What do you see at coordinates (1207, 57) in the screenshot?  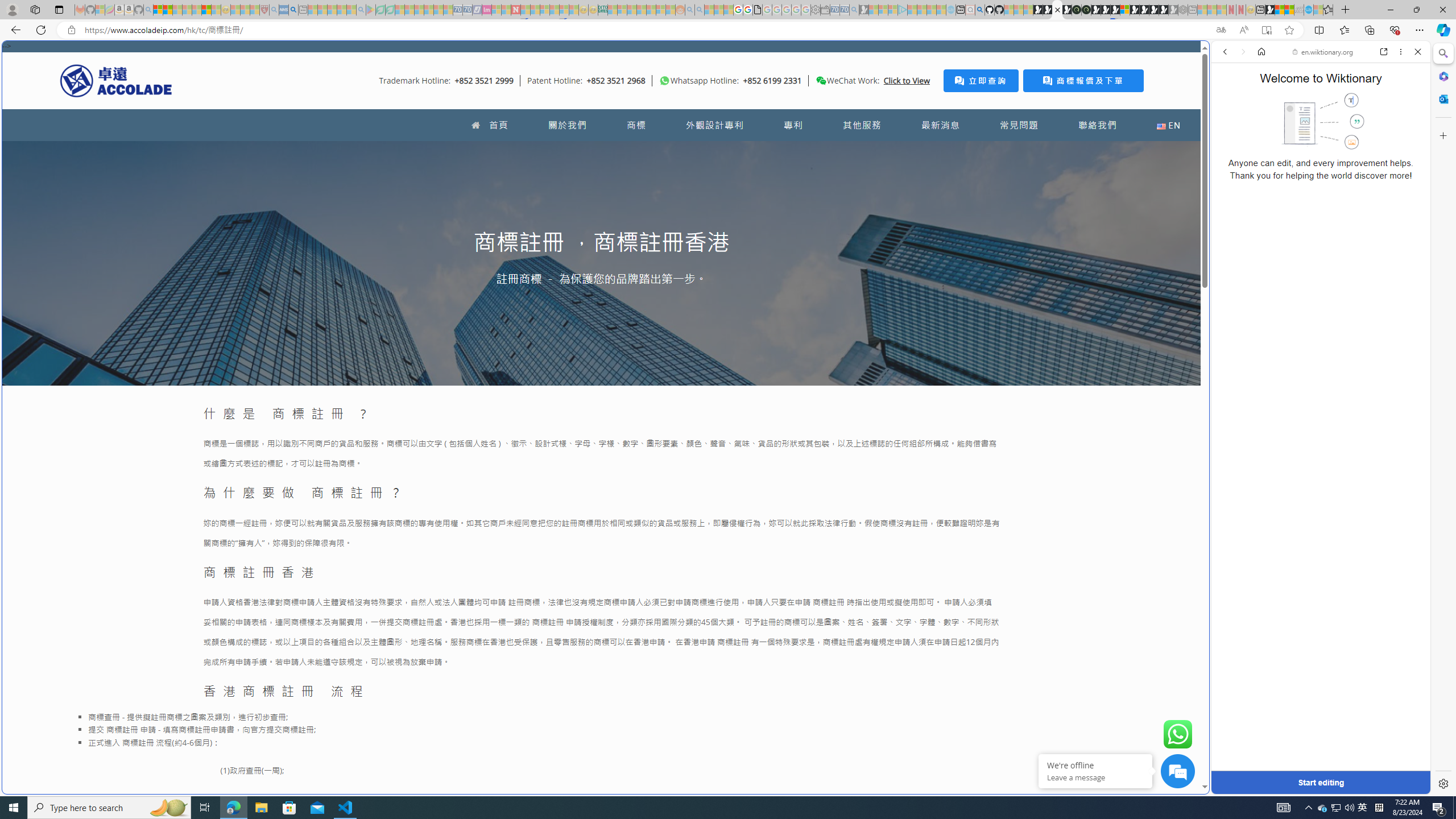 I see `'Close split screen'` at bounding box center [1207, 57].